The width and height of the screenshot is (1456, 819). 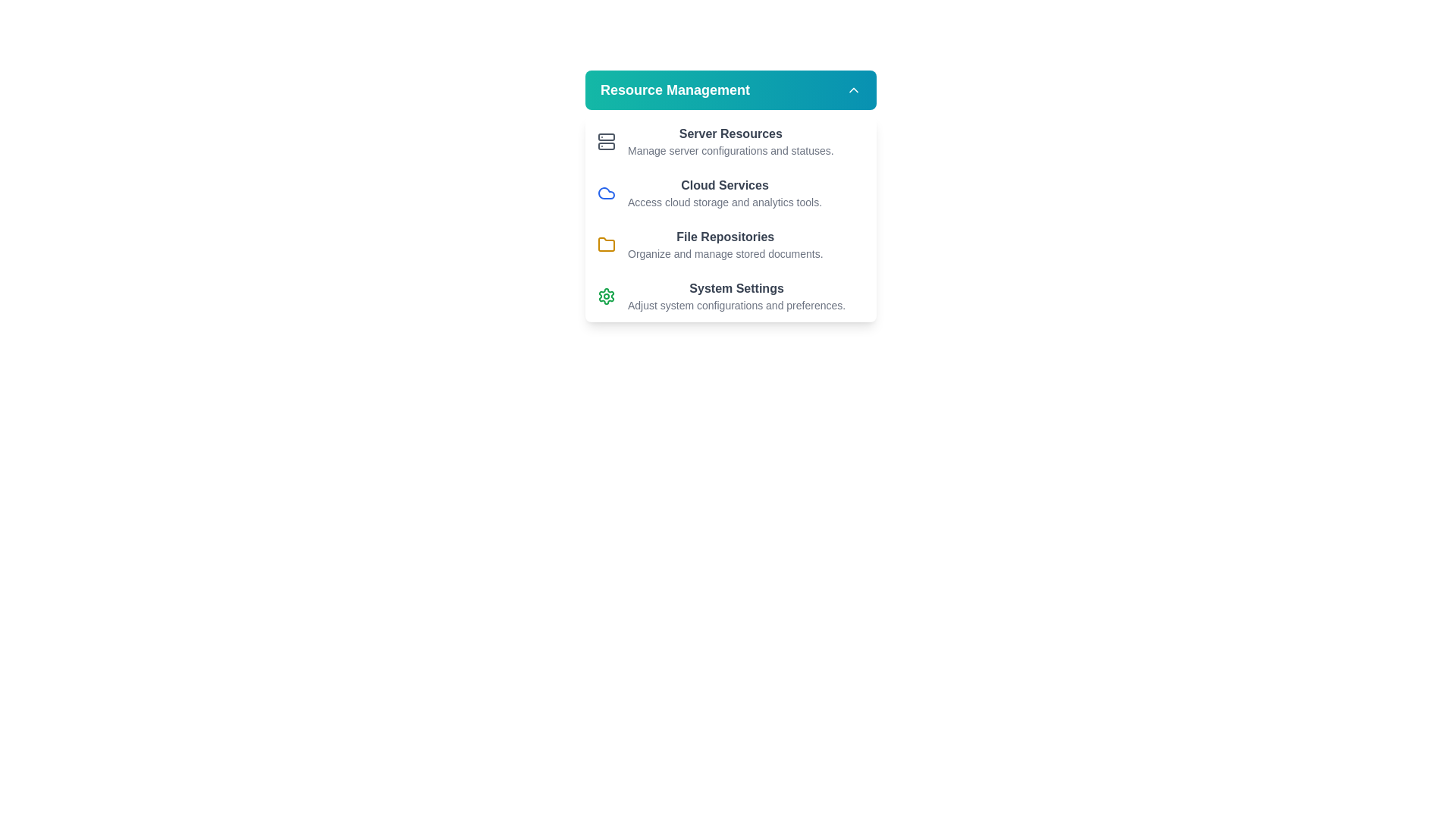 What do you see at coordinates (723, 201) in the screenshot?
I see `the descriptive text 'Access cloud storage and analytics tools.' which is styled in smaller gray font and positioned below the 'Cloud Services' heading` at bounding box center [723, 201].